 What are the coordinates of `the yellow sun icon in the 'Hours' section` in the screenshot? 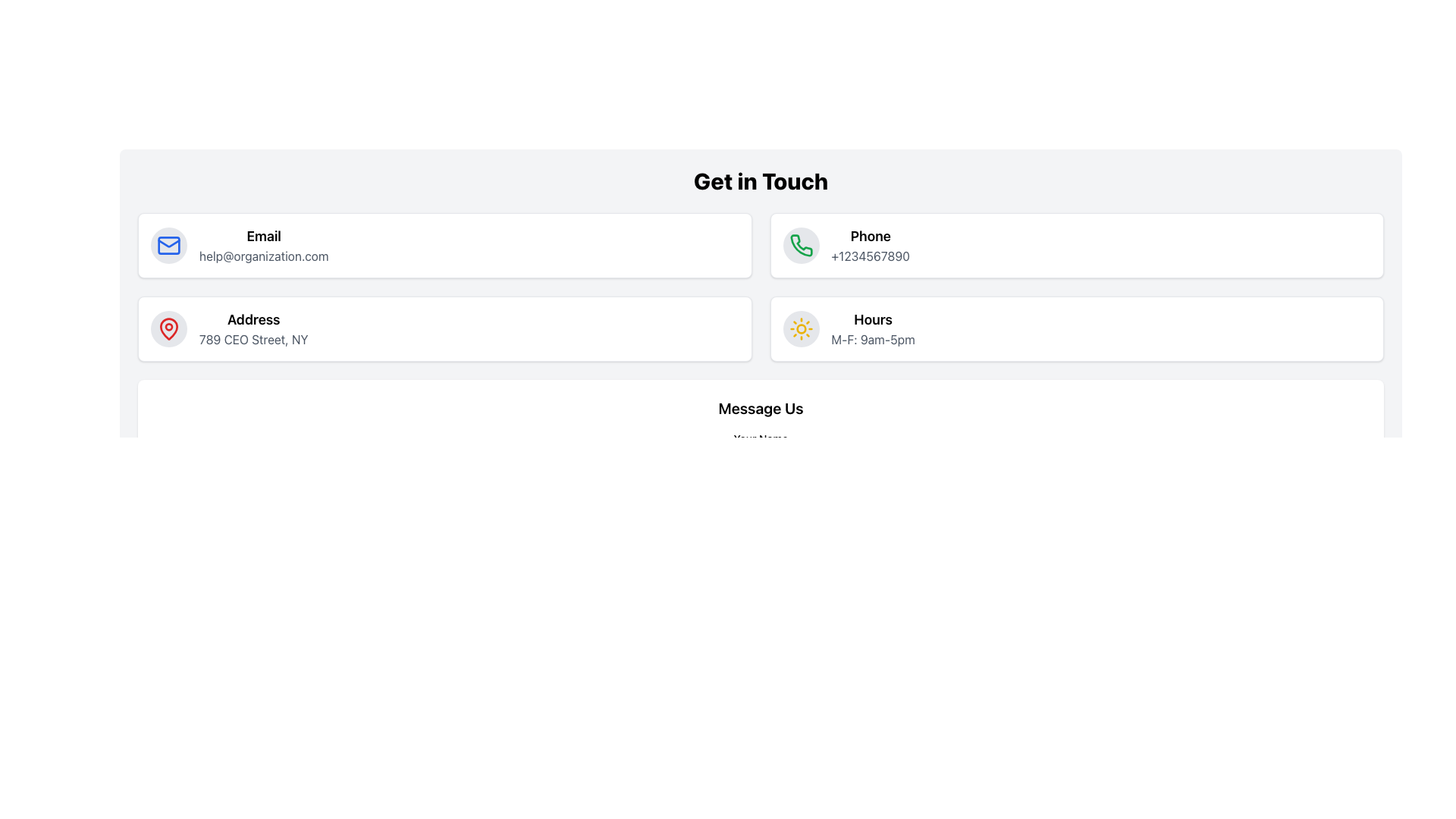 It's located at (800, 328).